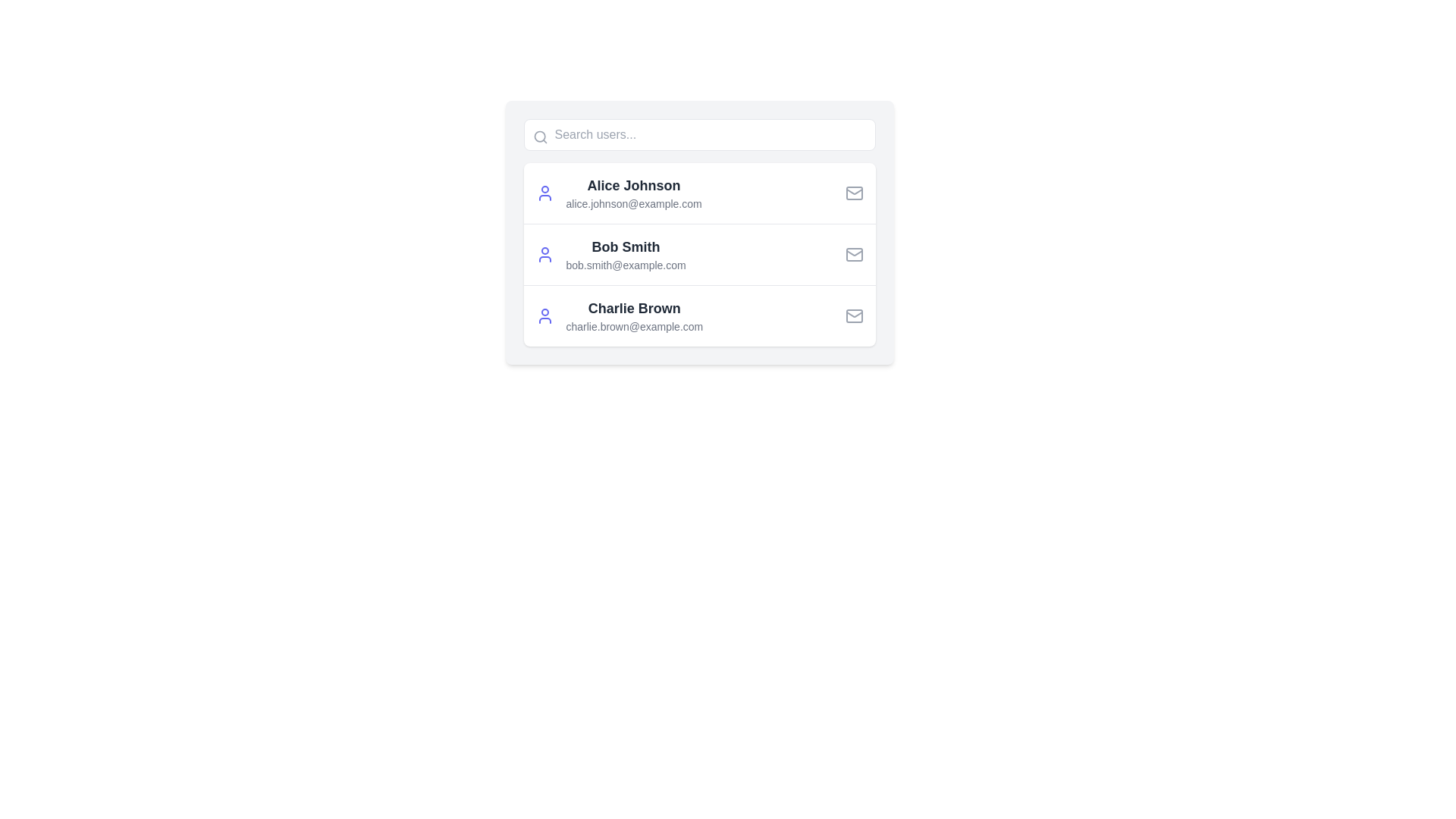 This screenshot has width=1456, height=819. What do you see at coordinates (698, 192) in the screenshot?
I see `the contact list item displaying 'Alice Johnson'` at bounding box center [698, 192].